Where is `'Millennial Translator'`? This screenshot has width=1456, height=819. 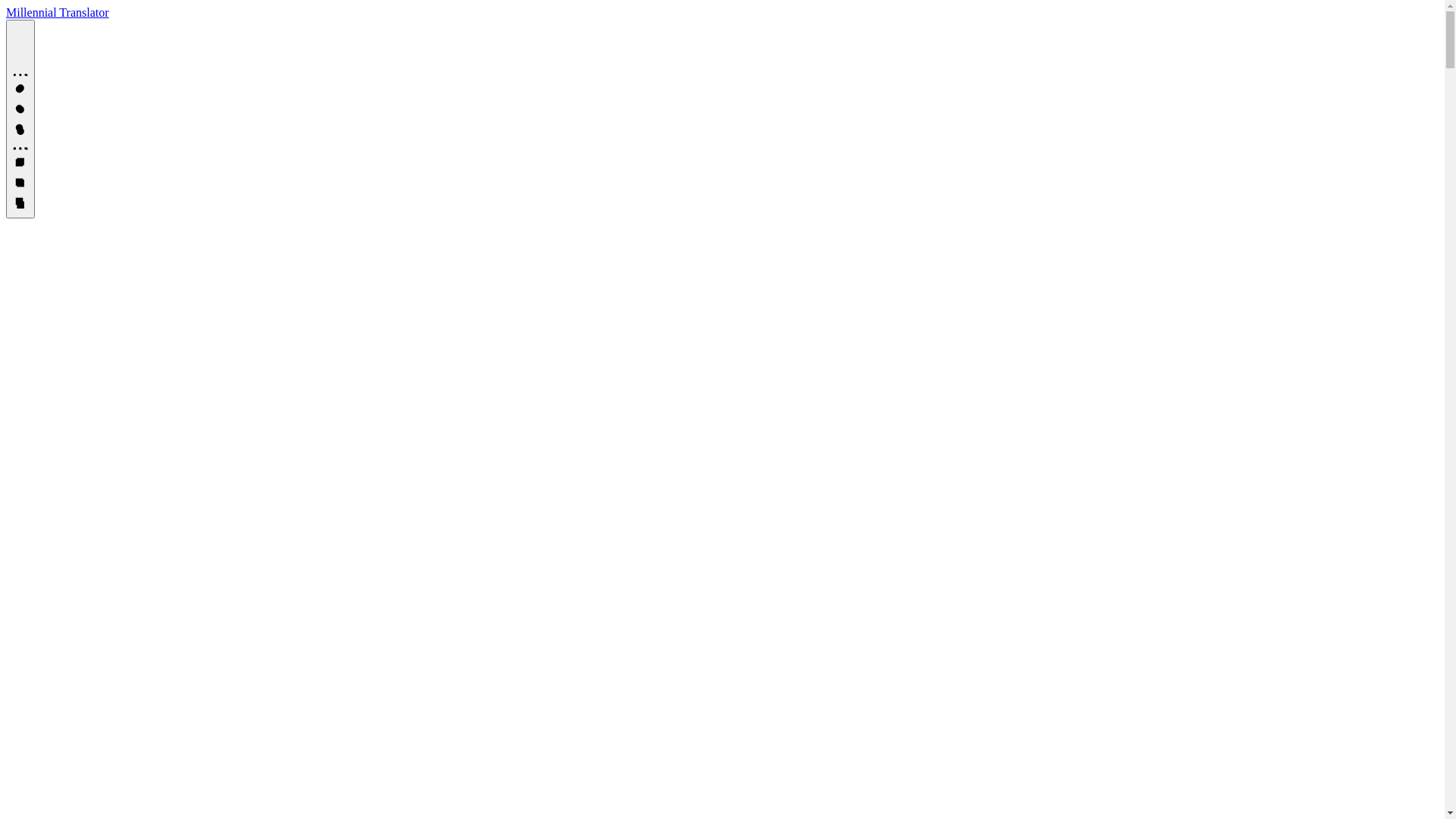 'Millennial Translator' is located at coordinates (58, 12).